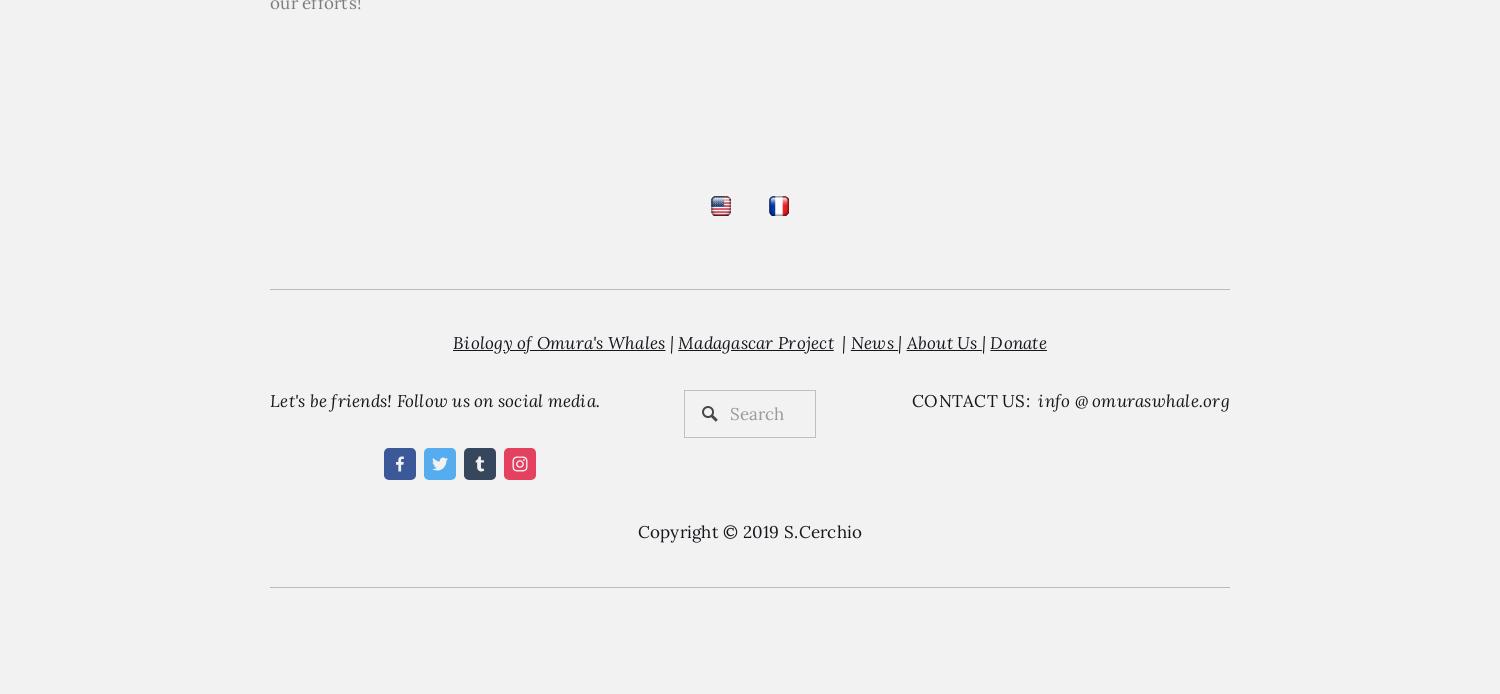  I want to click on 'Let's be friends! Follow us on social media.', so click(434, 400).